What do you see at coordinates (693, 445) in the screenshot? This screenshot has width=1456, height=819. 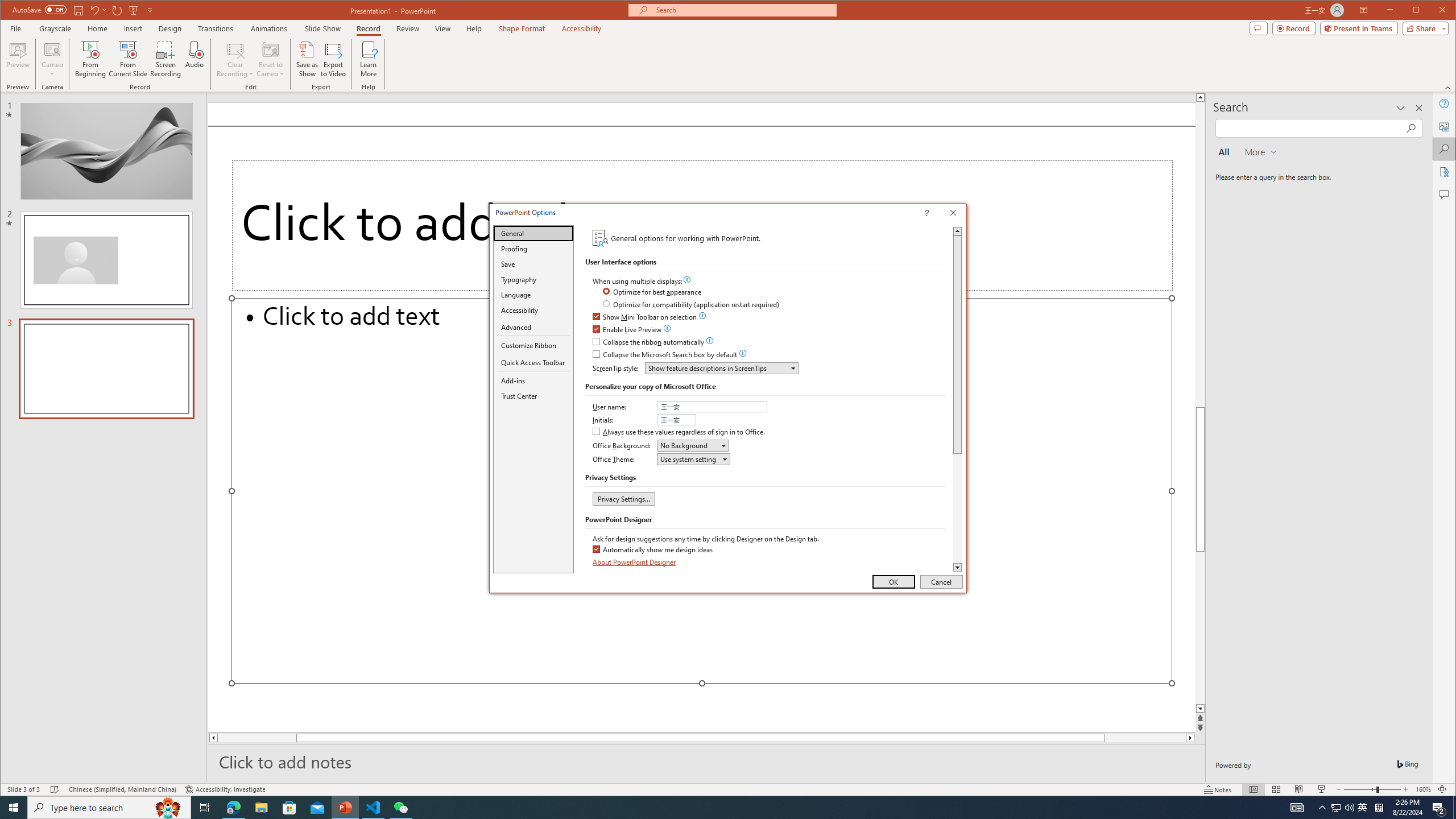 I see `'Office Background'` at bounding box center [693, 445].